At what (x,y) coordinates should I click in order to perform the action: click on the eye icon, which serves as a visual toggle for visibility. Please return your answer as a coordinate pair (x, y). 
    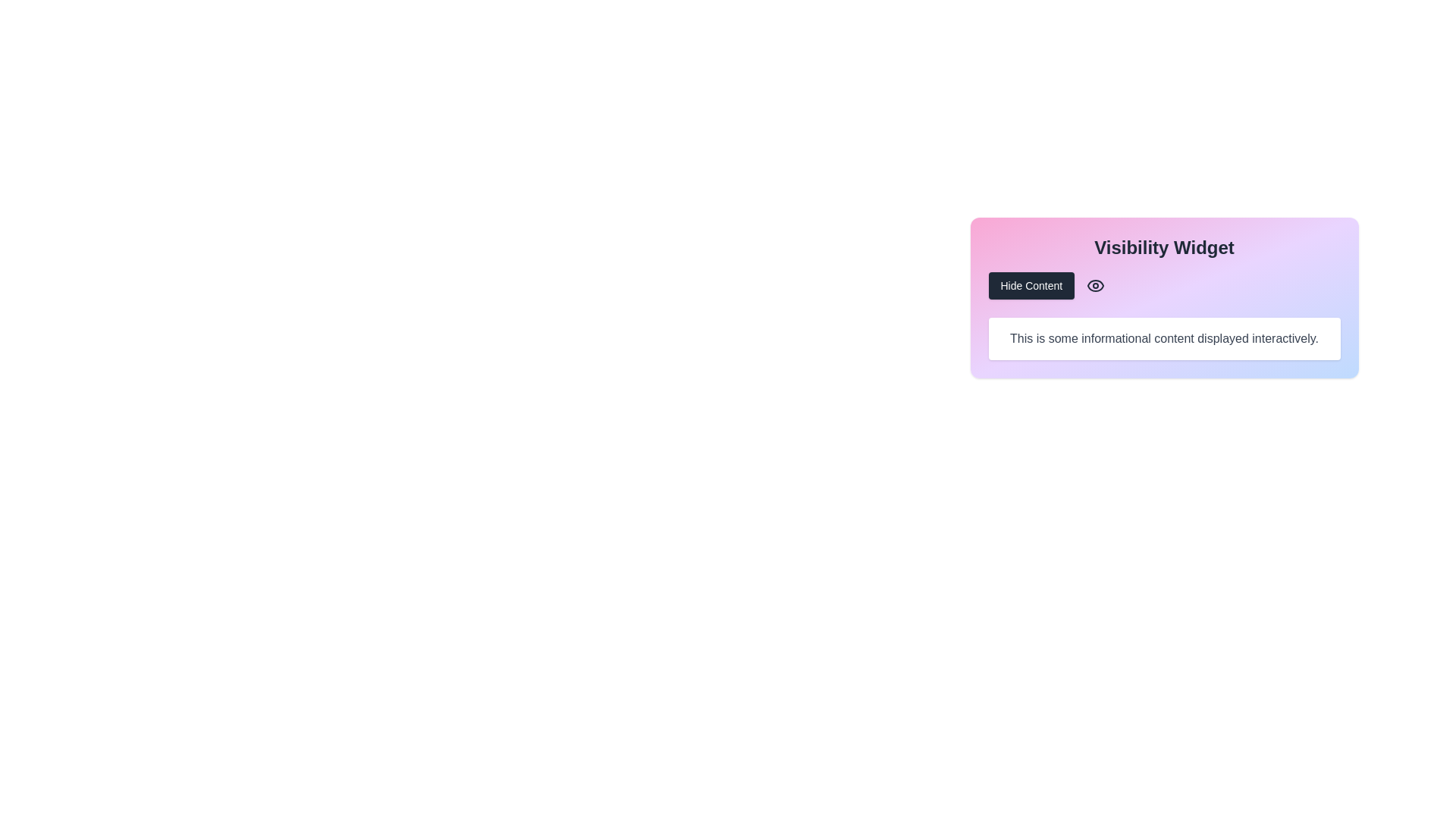
    Looking at the image, I should click on (1096, 286).